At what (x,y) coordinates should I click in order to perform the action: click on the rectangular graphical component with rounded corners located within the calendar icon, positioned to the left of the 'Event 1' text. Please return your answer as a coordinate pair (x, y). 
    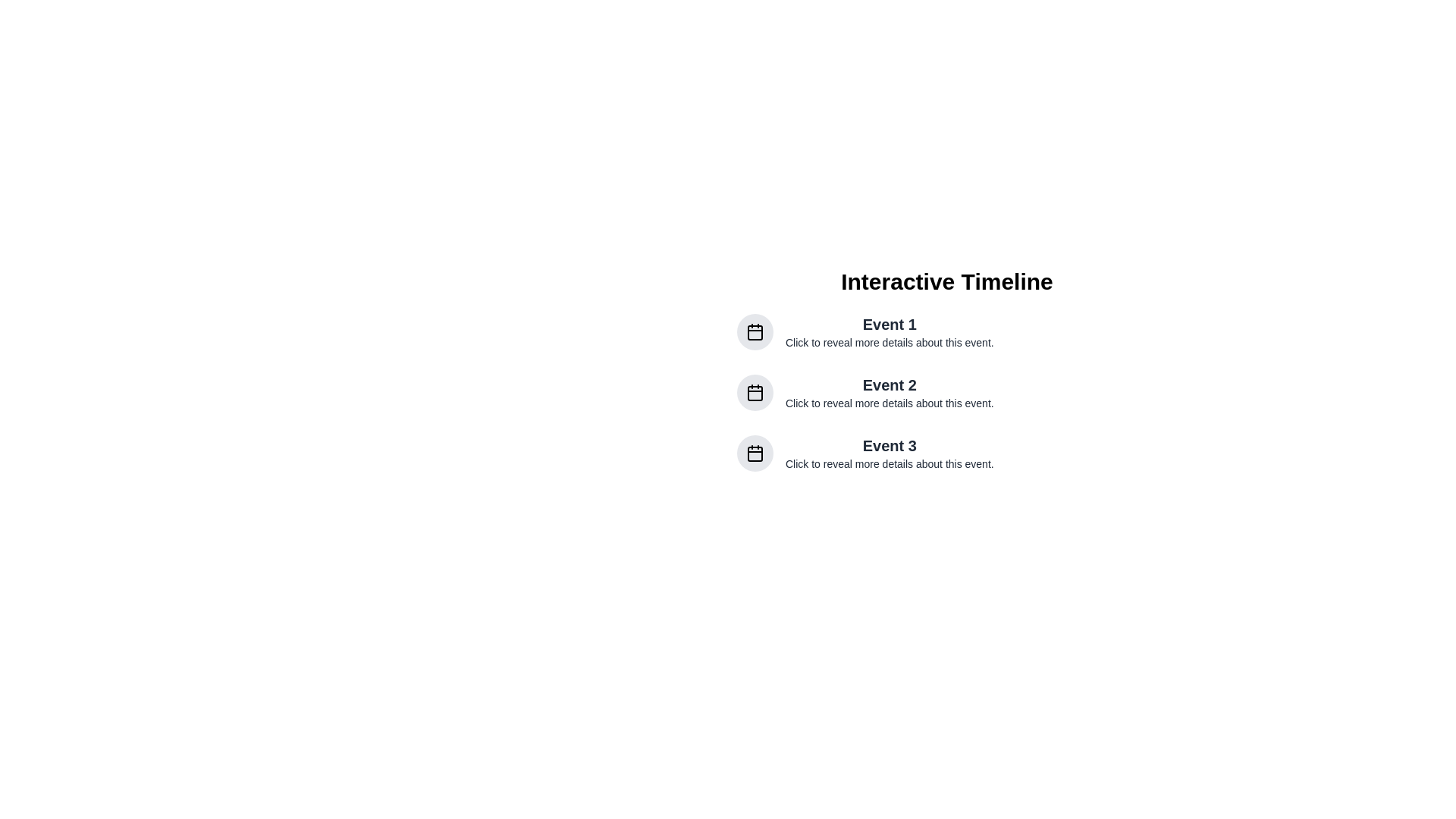
    Looking at the image, I should click on (755, 332).